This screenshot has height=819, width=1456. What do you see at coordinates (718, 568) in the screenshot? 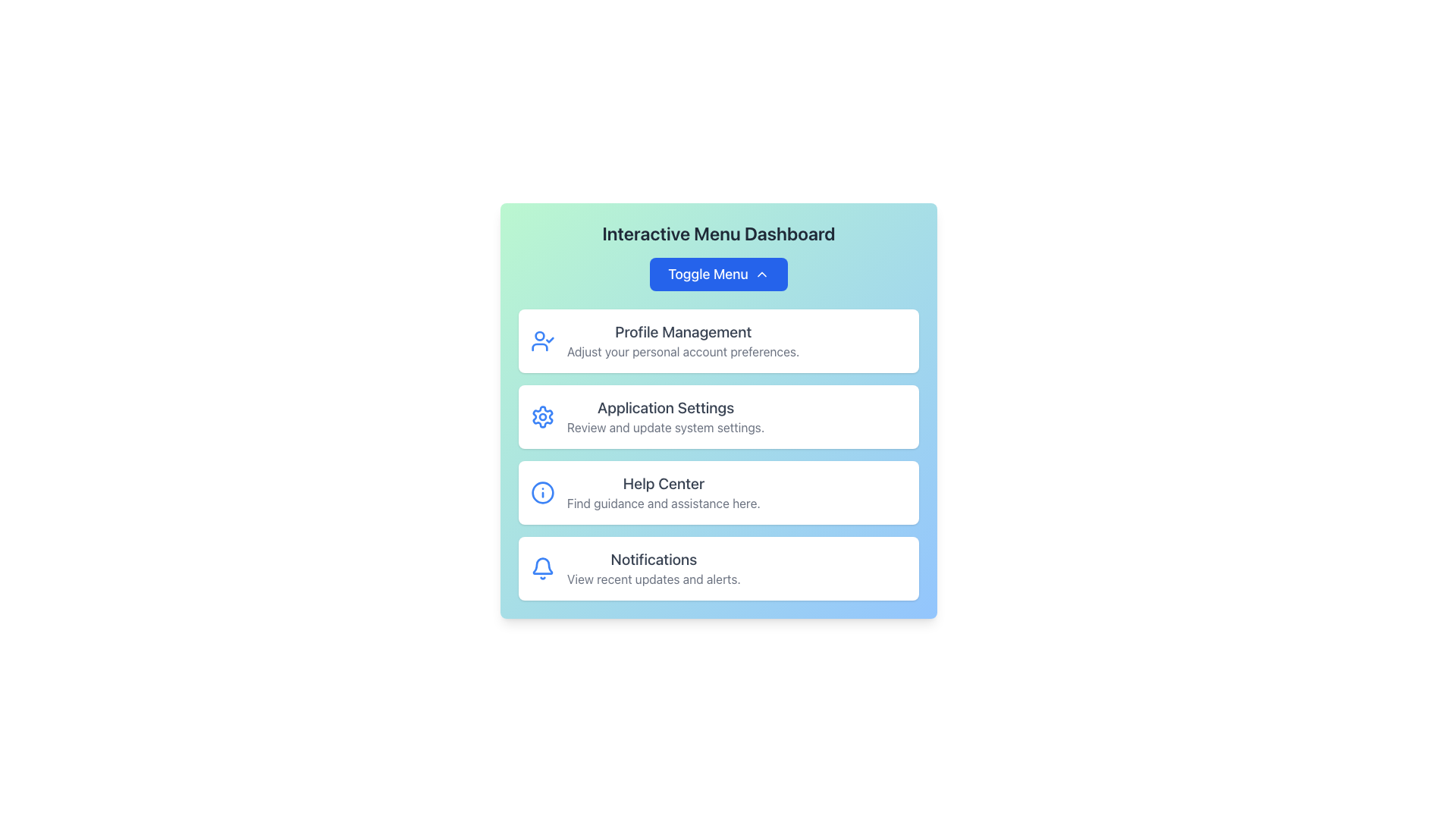
I see `the navigational button that directs users to the notifications section, which is the fourth card in a vertical stack of similar cards, located below the 'Help Center' card` at bounding box center [718, 568].